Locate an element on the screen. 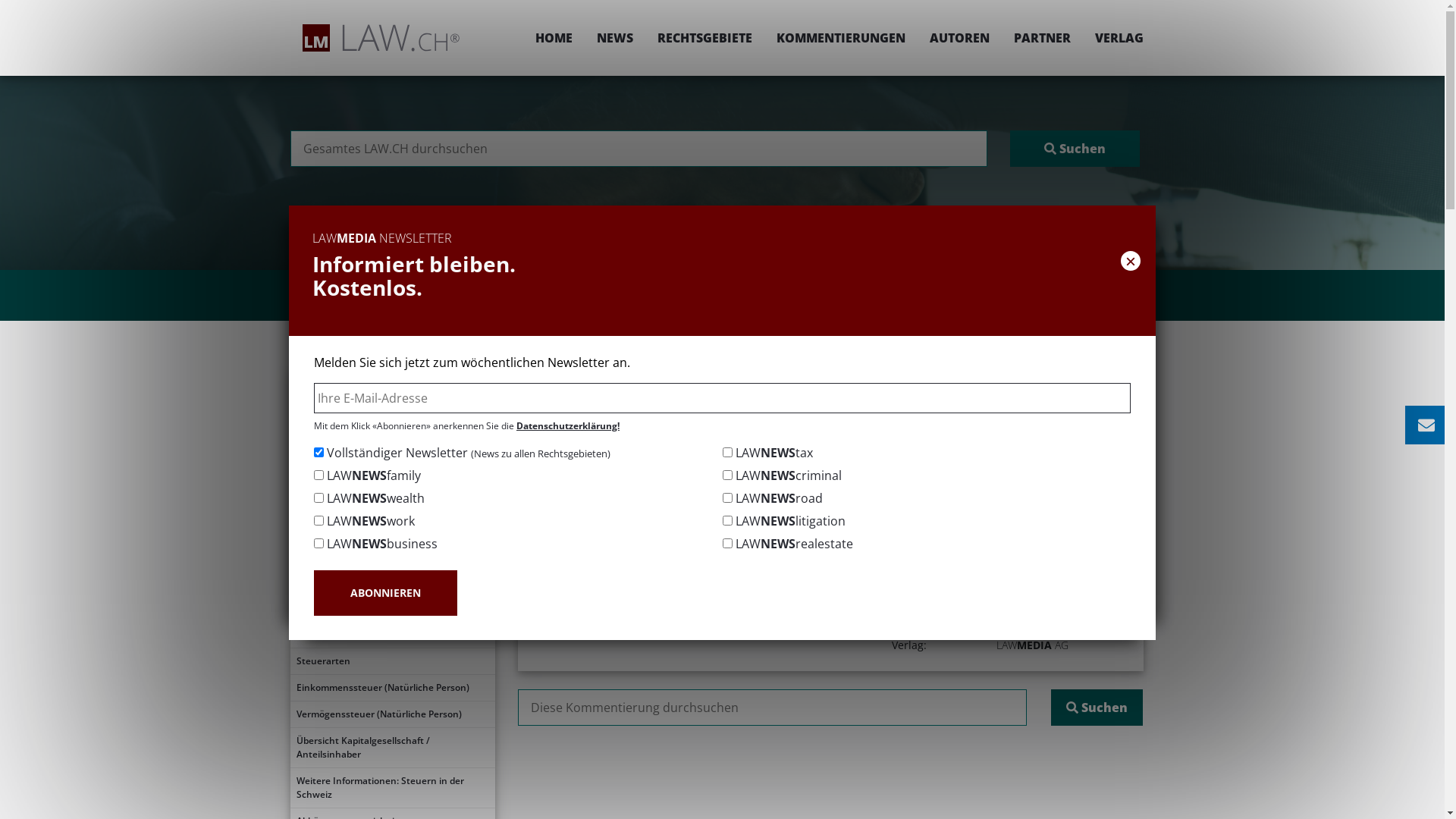  'Abgrenzungen' is located at coordinates (392, 581).